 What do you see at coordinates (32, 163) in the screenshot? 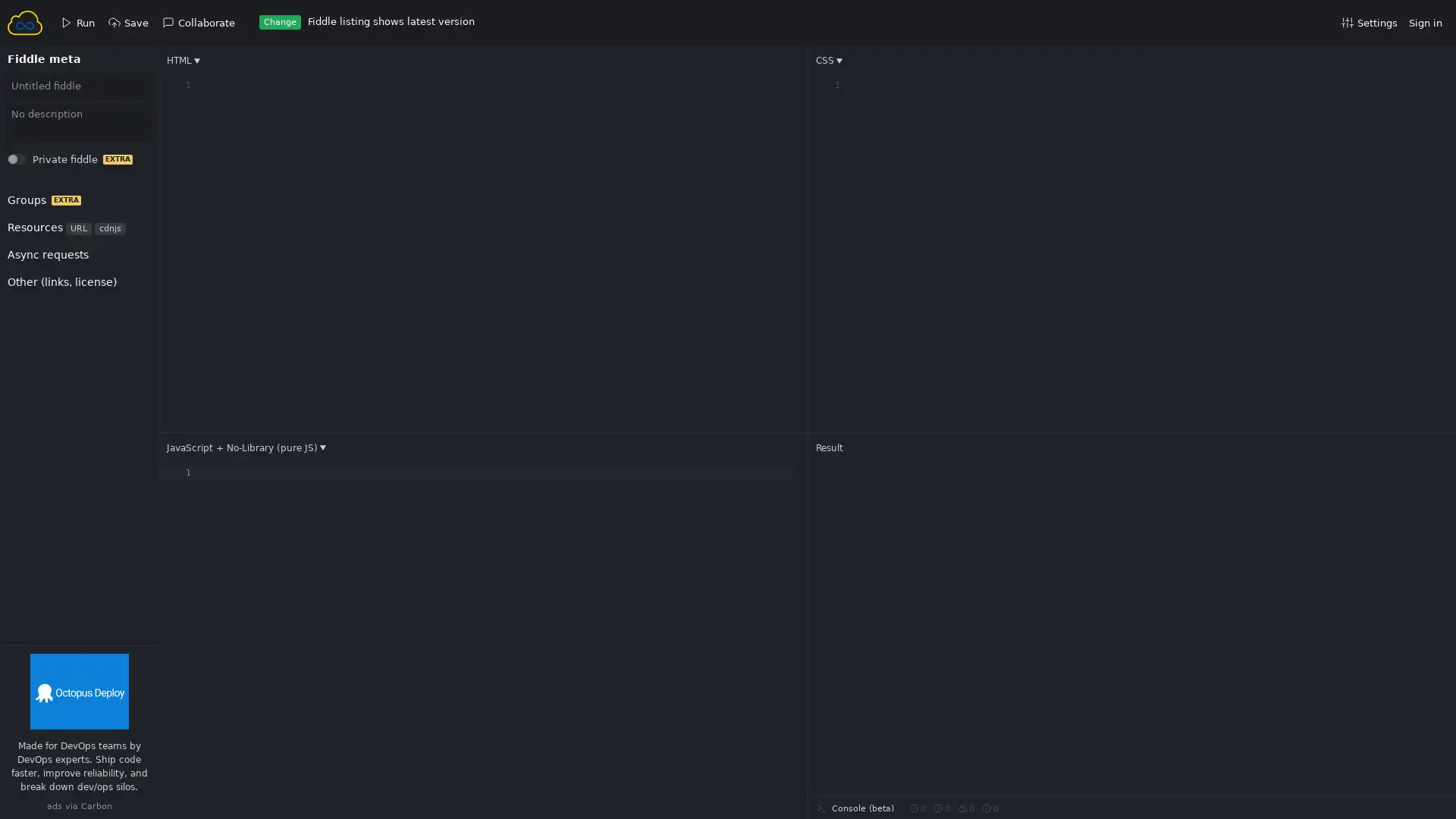
I see `Save` at bounding box center [32, 163].